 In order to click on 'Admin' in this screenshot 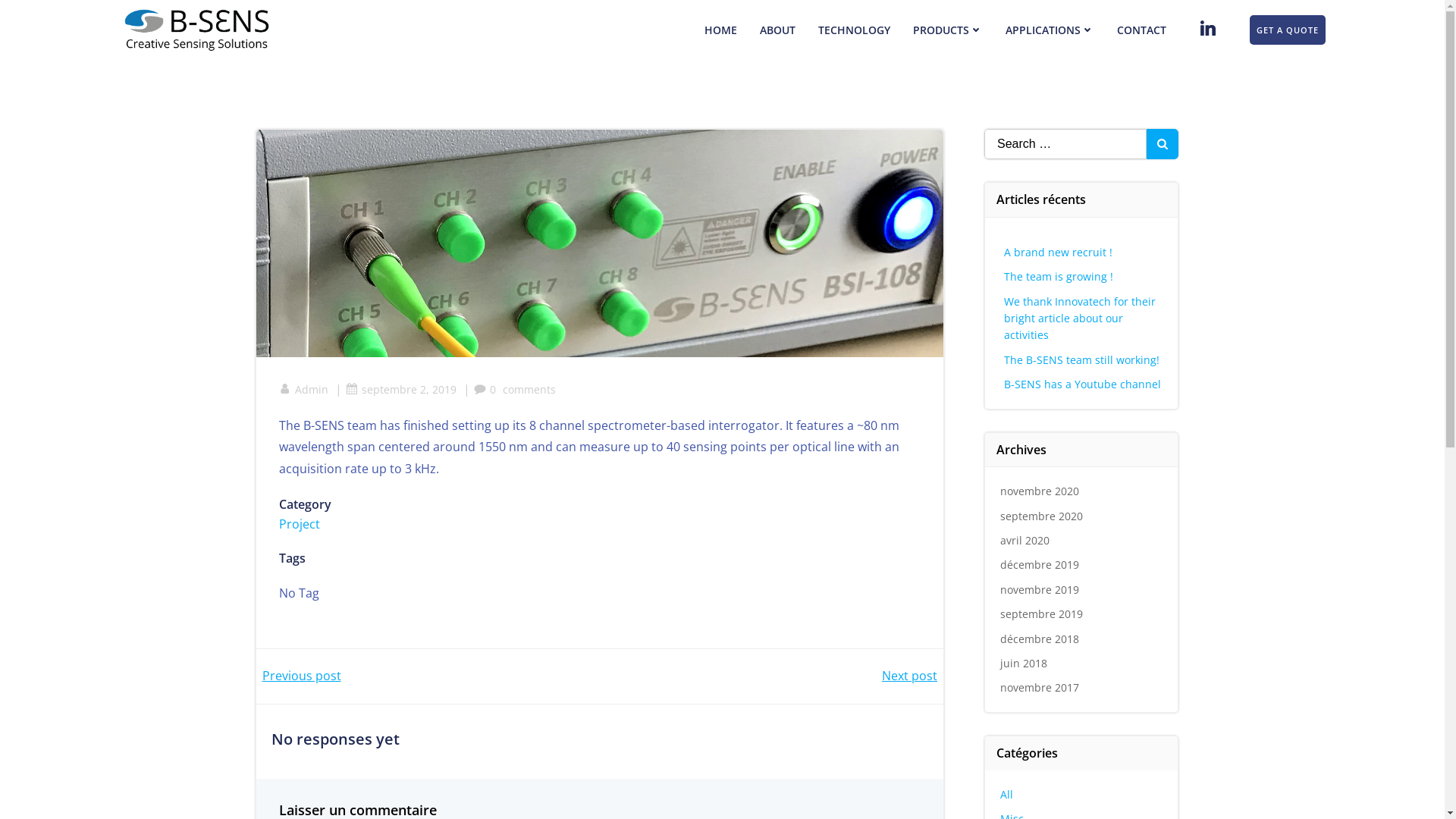, I will do `click(303, 388)`.